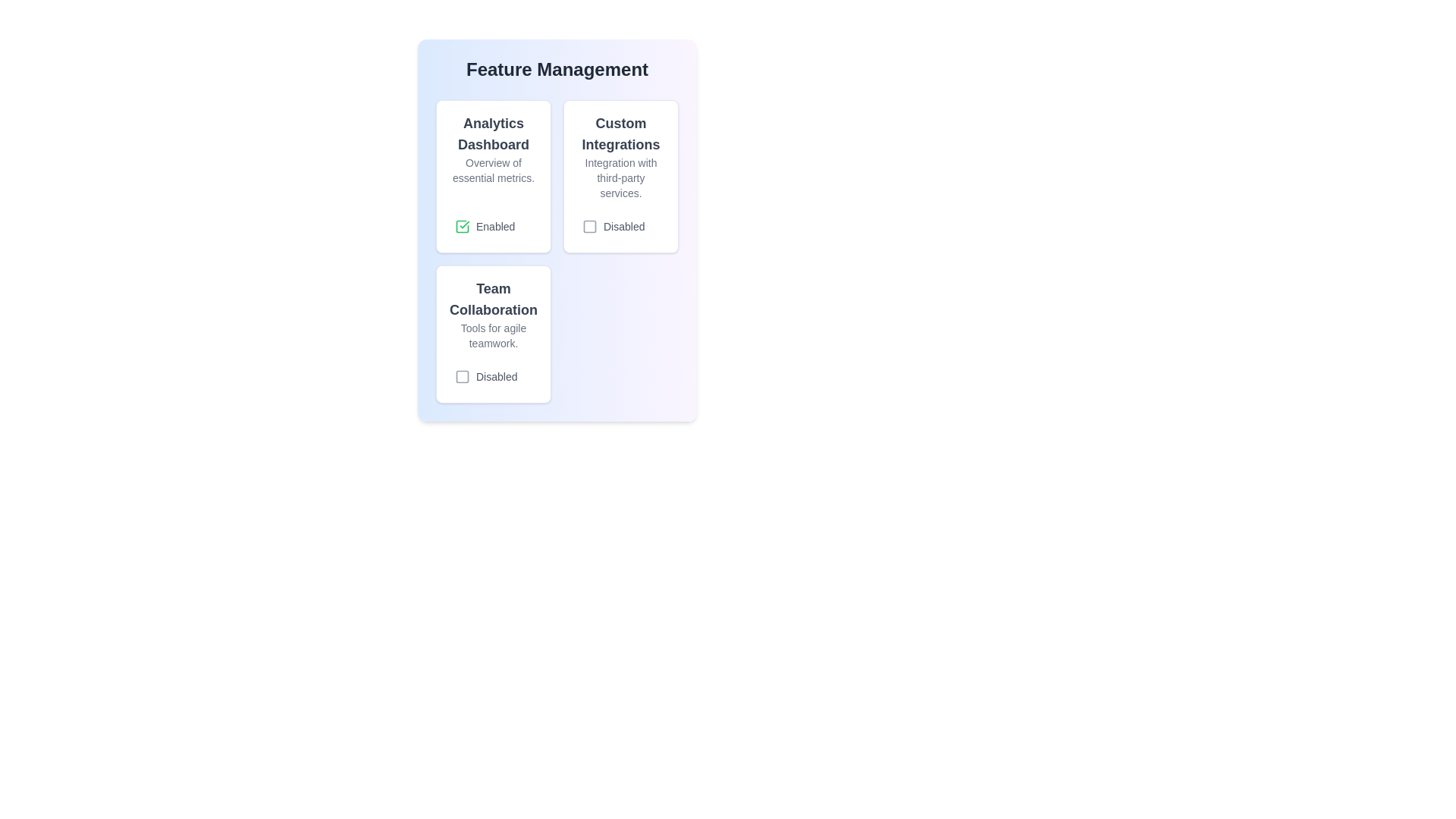  I want to click on the descriptive caption text associated with the 'Analytics Dashboard' section, which is located centrally beneath the header and above the button labeled 'Enabled', so click(494, 170).